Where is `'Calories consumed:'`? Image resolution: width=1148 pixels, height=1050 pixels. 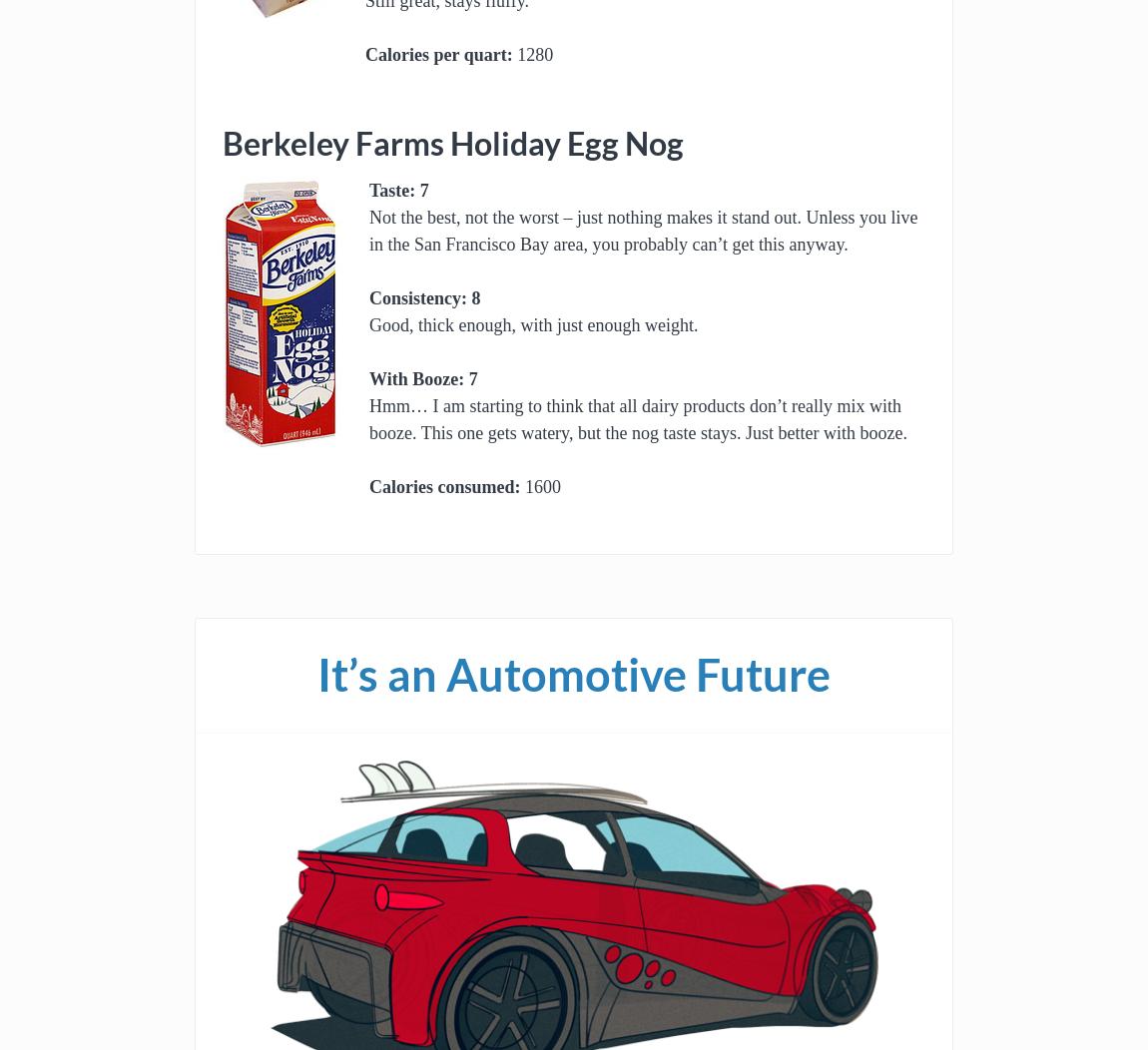 'Calories consumed:' is located at coordinates (444, 486).